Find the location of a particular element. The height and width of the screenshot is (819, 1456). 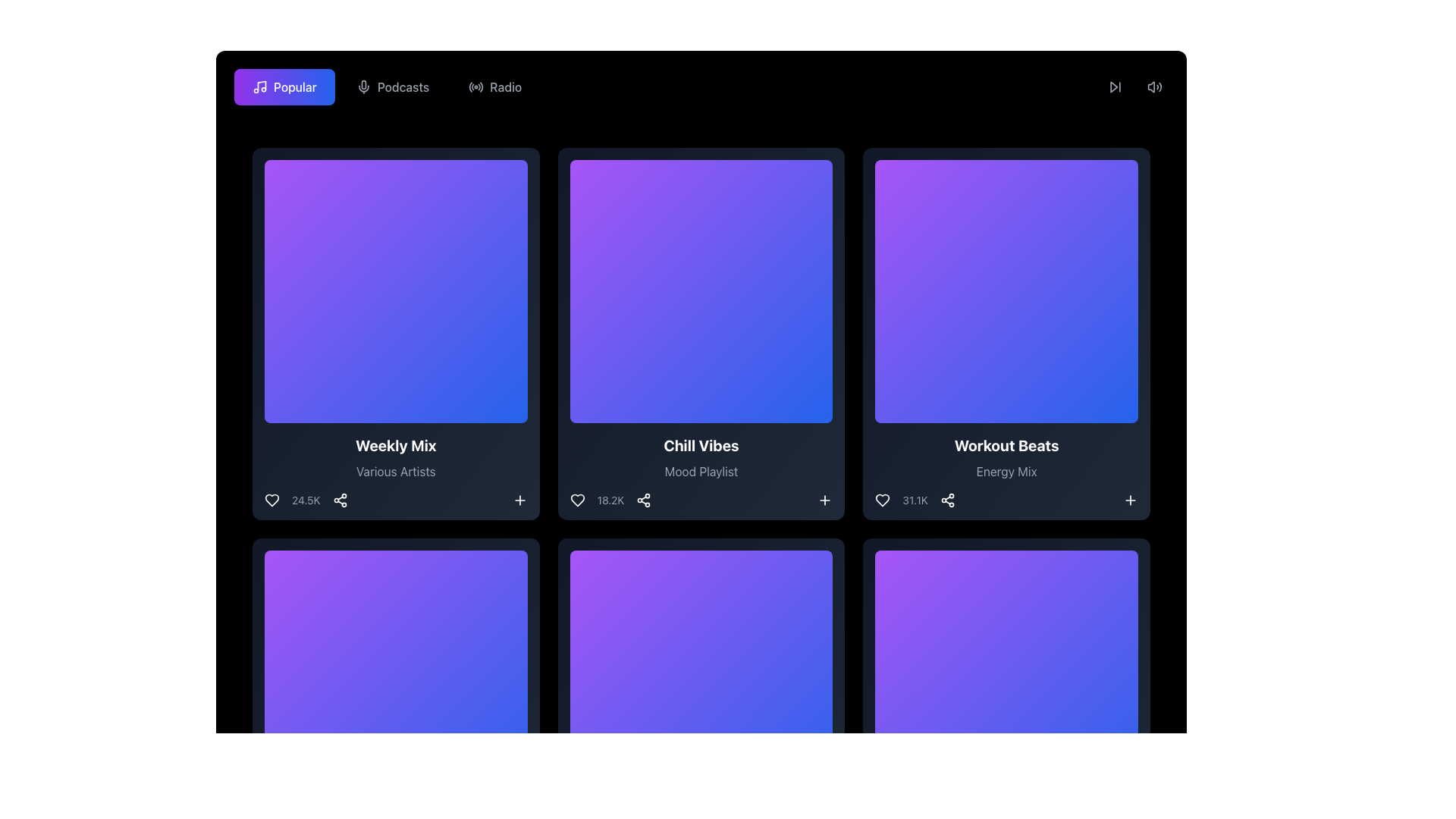

the 'like' or 'favorite' button located below the 'Weekly Mix' playlist, which is the first icon in a row of interactive icons adjacent to the text '24.5K' is located at coordinates (272, 500).